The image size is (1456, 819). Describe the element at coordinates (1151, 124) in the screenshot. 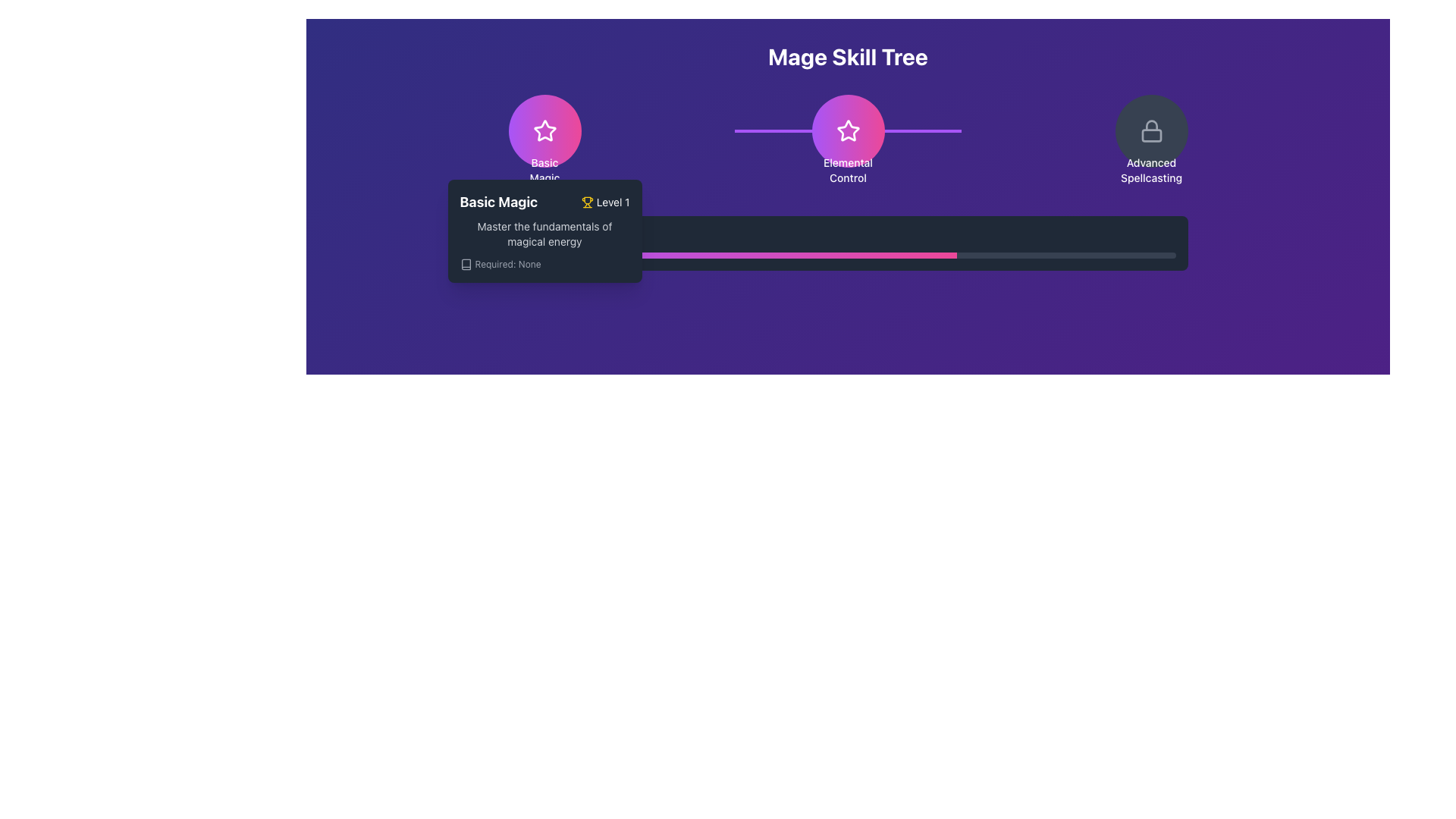

I see `the curved shackle component of the lock icon located at the upper center-right part of the interface, which is positioned over a purple background` at that location.